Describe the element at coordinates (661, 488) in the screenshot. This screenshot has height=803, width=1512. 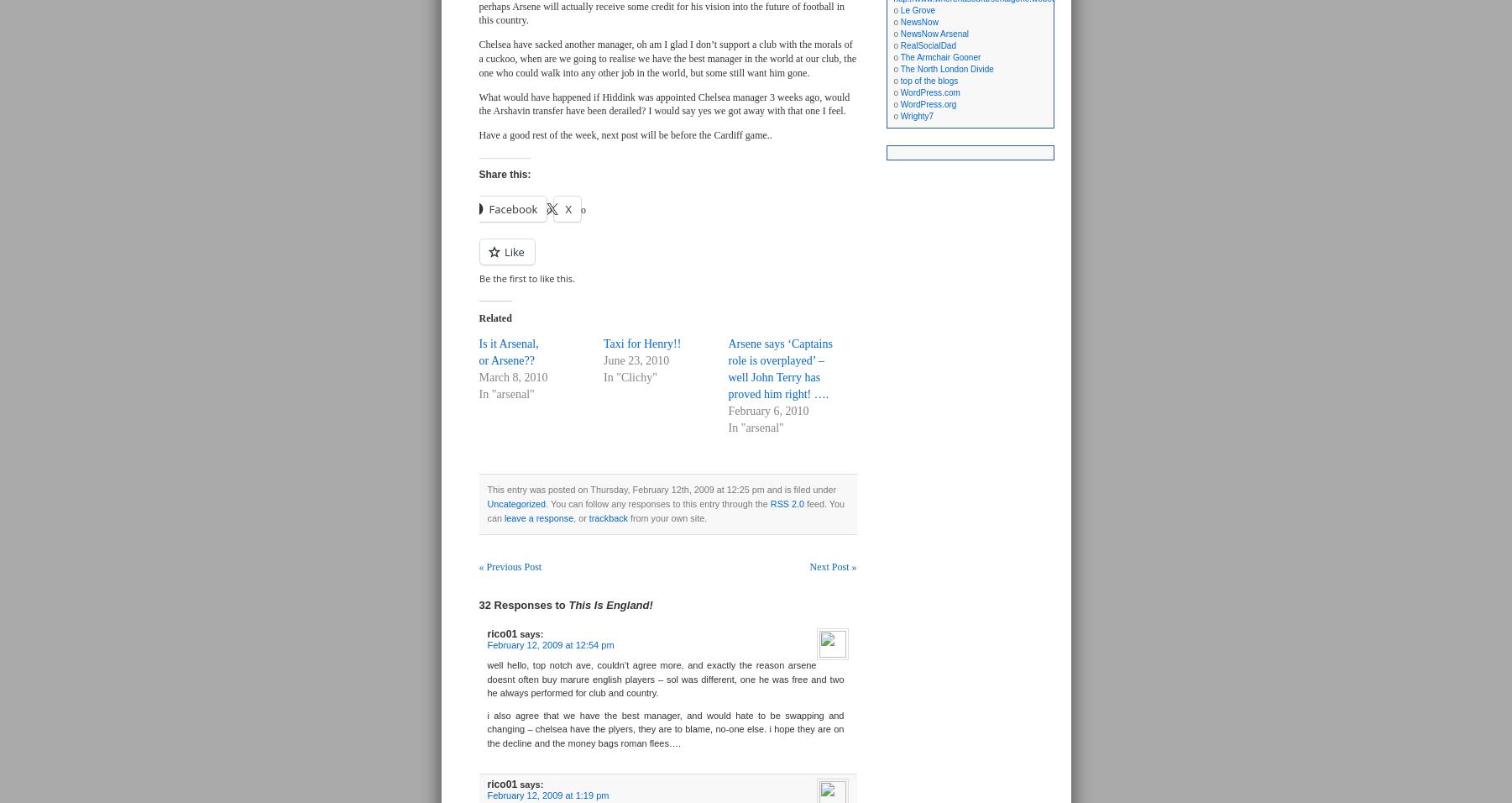
I see `'This entry was posted  on Thursday, February 12th, 2009 at 12:25 pm and is filed under'` at that location.